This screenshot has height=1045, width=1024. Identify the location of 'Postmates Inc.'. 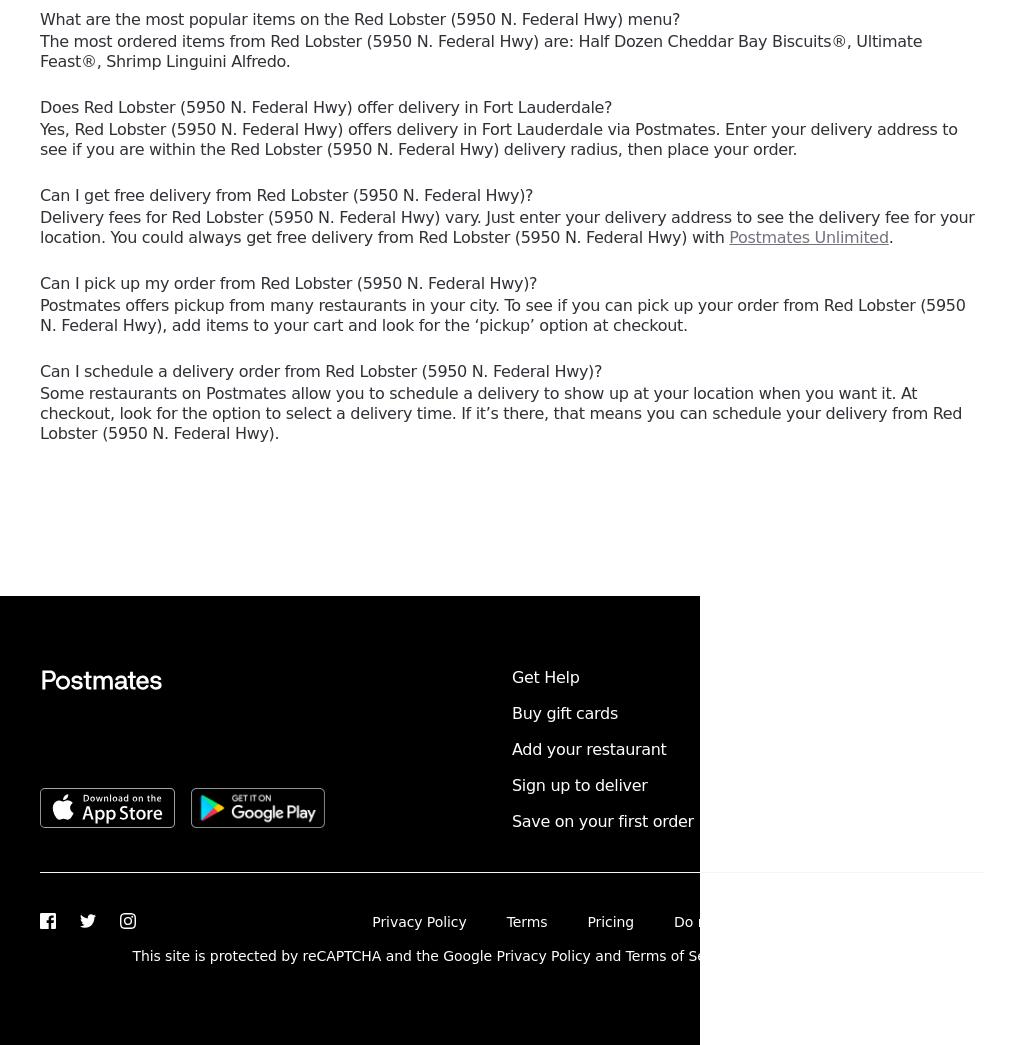
(930, 954).